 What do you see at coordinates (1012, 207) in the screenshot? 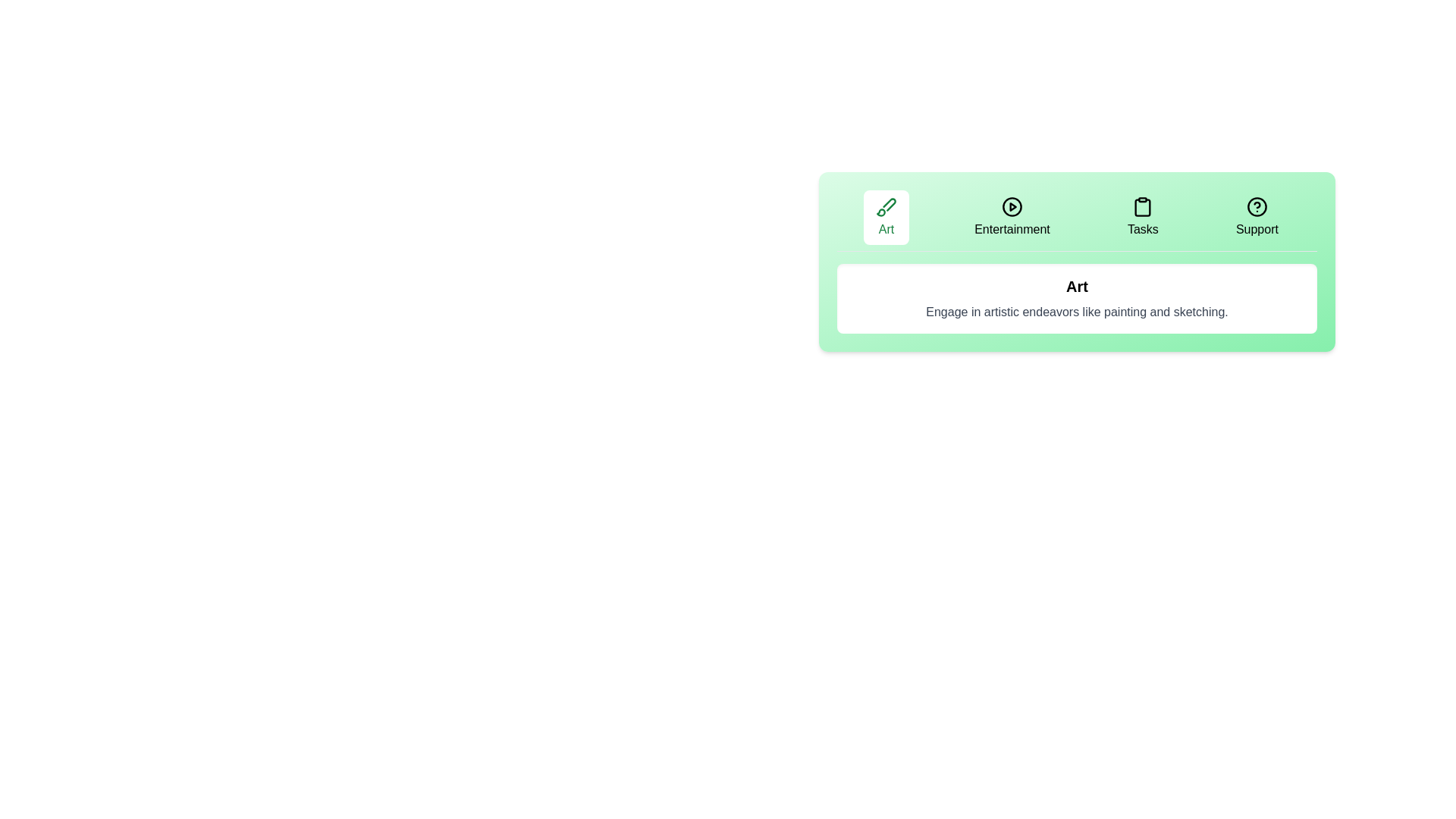
I see `the triangular play button icon located at the center of the 'Entertainment' circular icon in the upper menu` at bounding box center [1012, 207].